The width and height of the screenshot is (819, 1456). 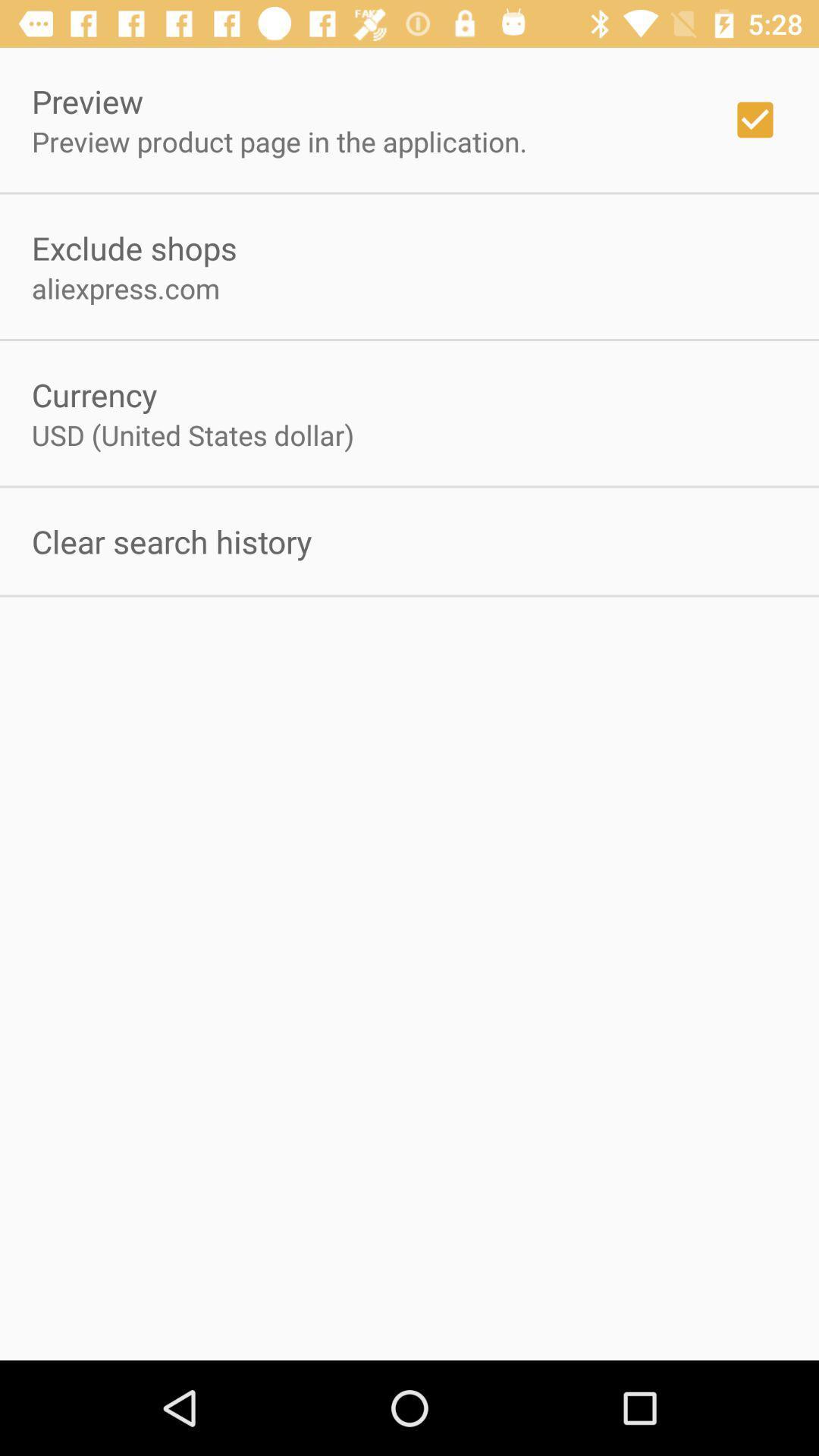 I want to click on app above the currency icon, so click(x=125, y=288).